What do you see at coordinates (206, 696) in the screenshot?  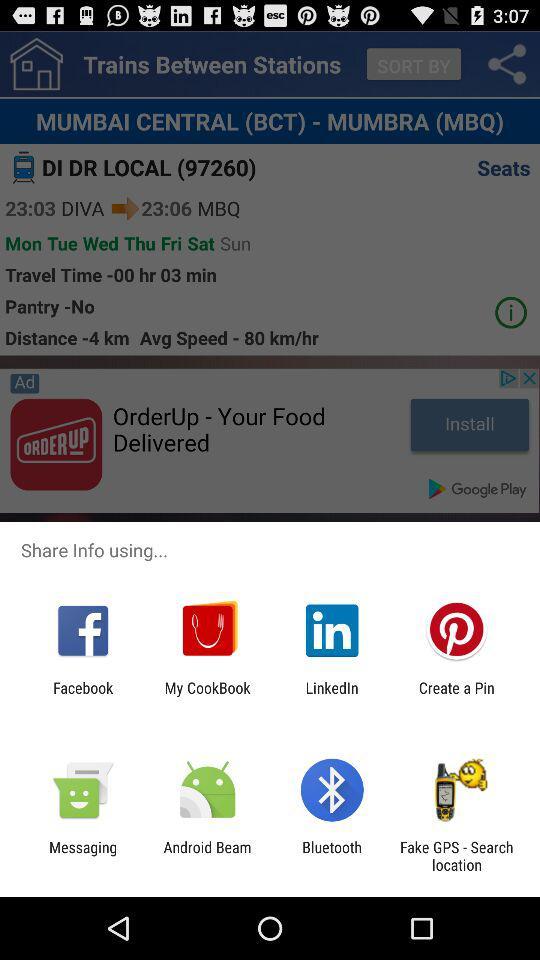 I see `app to the right of the facebook icon` at bounding box center [206, 696].